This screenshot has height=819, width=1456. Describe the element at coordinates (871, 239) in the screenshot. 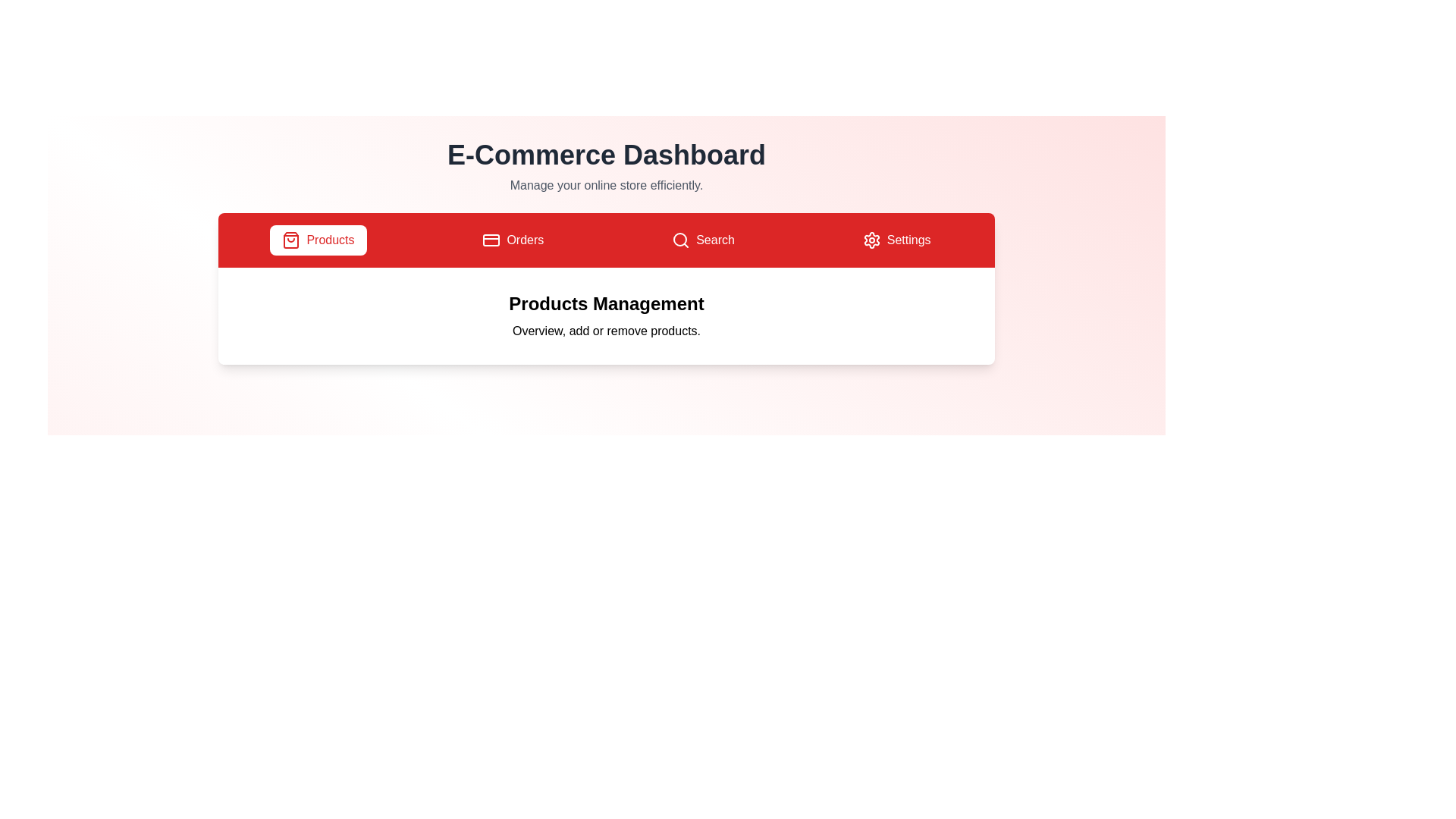

I see `the gear icon in the navigation bar, which is the fourth item on the right side` at that location.